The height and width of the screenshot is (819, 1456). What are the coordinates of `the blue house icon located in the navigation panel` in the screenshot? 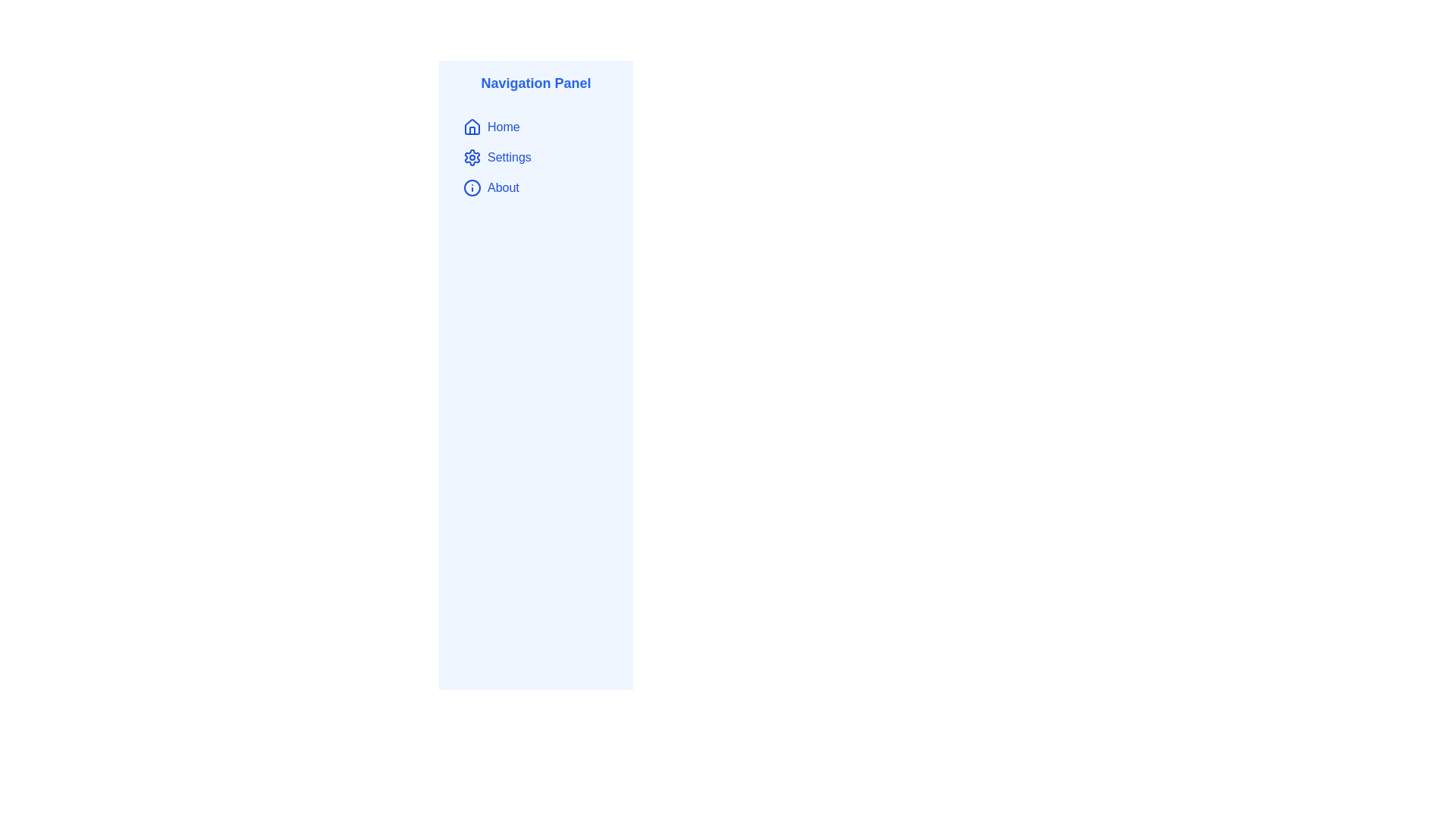 It's located at (472, 127).